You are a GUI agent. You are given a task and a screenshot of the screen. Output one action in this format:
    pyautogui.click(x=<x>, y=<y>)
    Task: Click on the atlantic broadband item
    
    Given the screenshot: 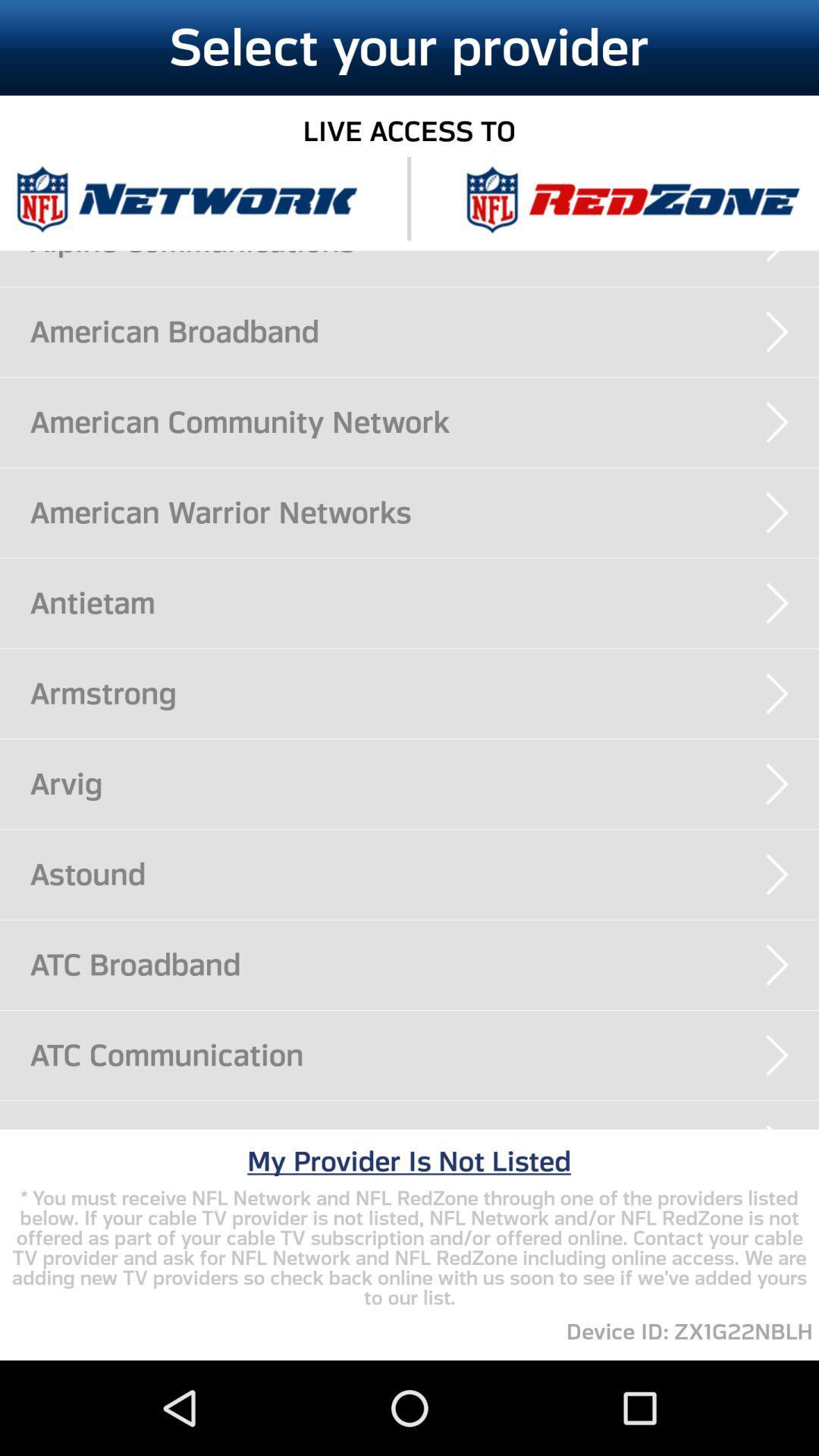 What is the action you would take?
    pyautogui.click(x=424, y=1129)
    